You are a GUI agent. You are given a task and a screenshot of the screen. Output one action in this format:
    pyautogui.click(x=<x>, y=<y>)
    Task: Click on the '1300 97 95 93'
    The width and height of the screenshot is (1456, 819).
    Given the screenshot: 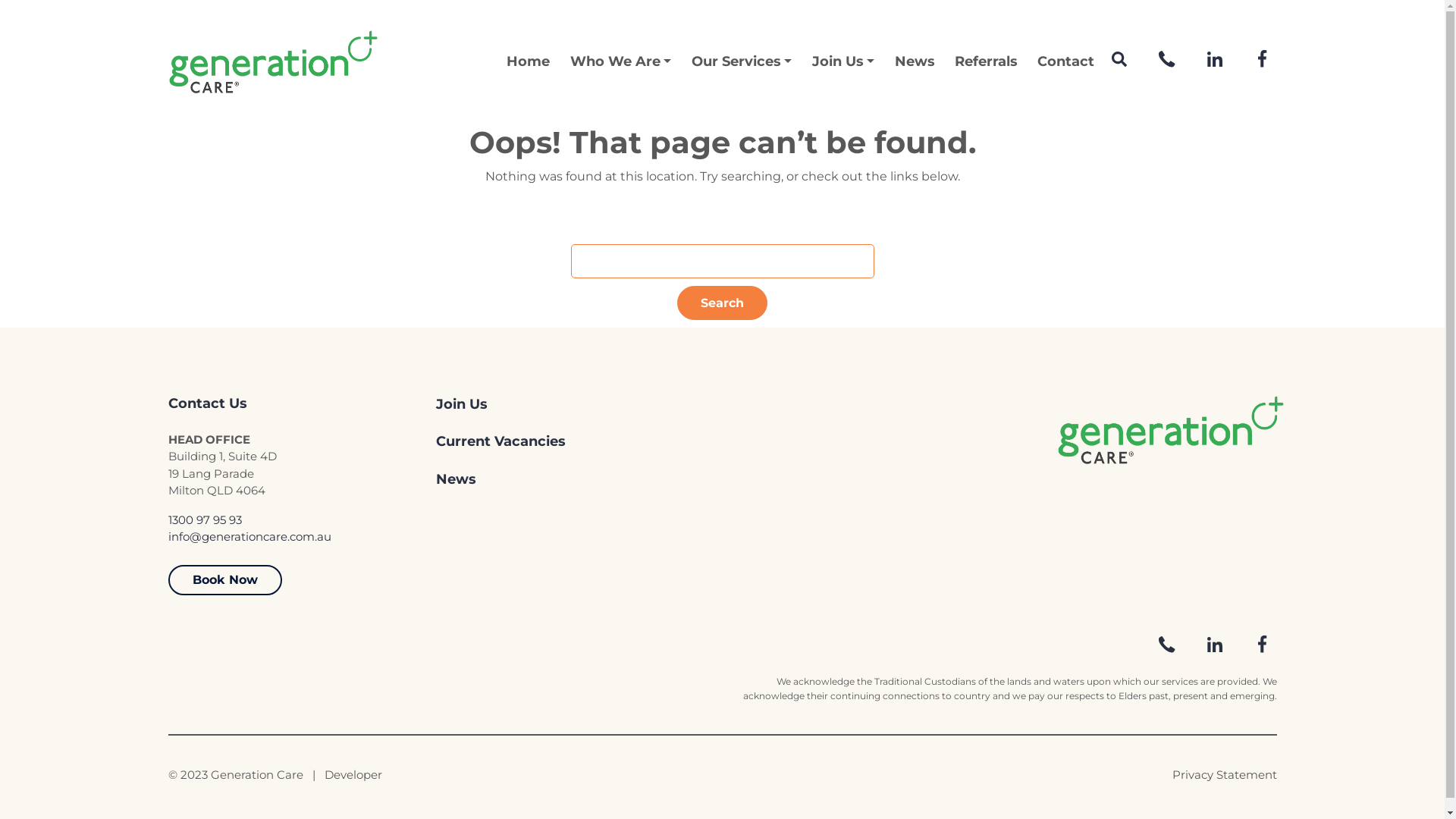 What is the action you would take?
    pyautogui.click(x=204, y=519)
    